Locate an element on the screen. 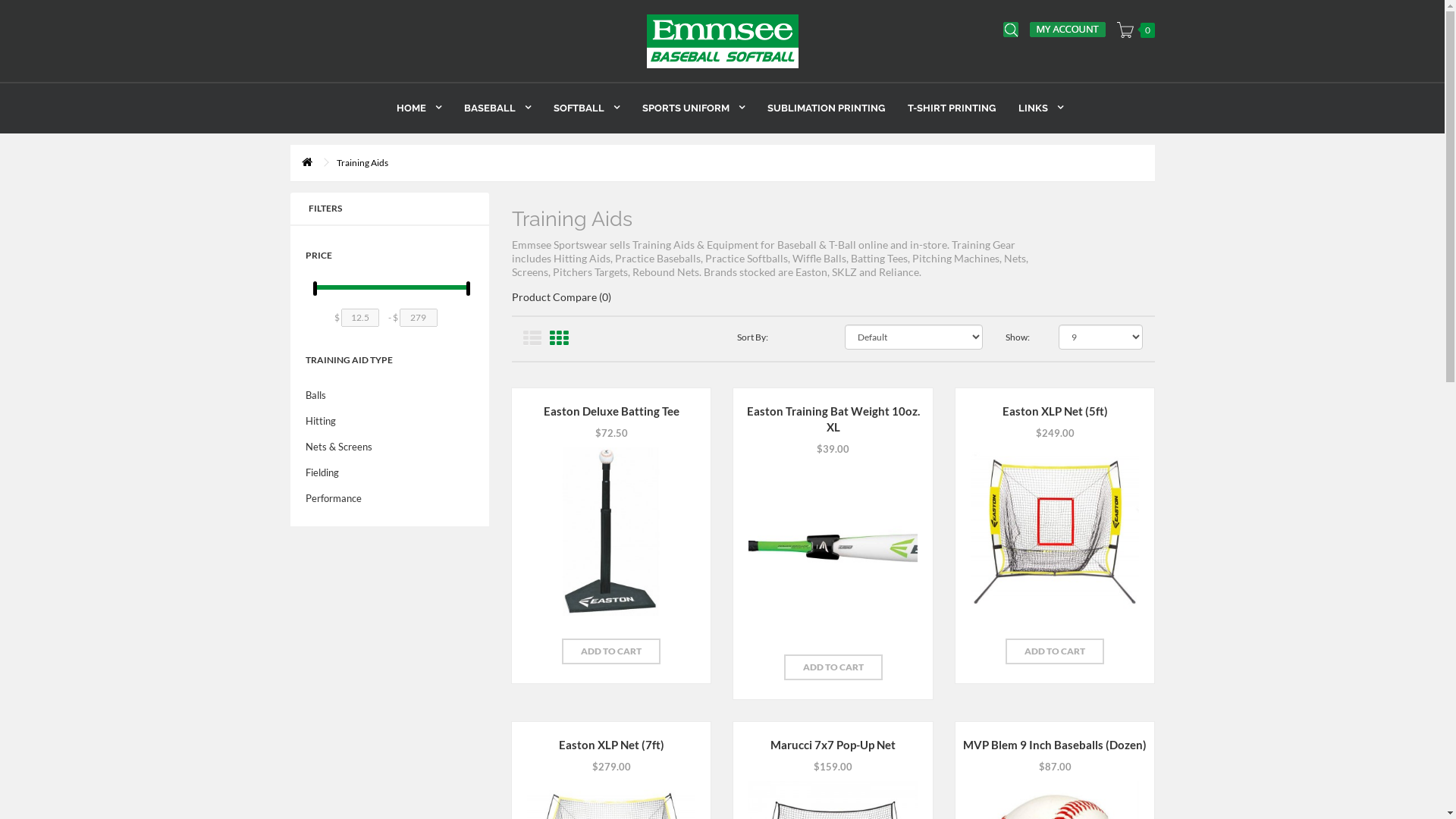  '0' is located at coordinates (1135, 30).